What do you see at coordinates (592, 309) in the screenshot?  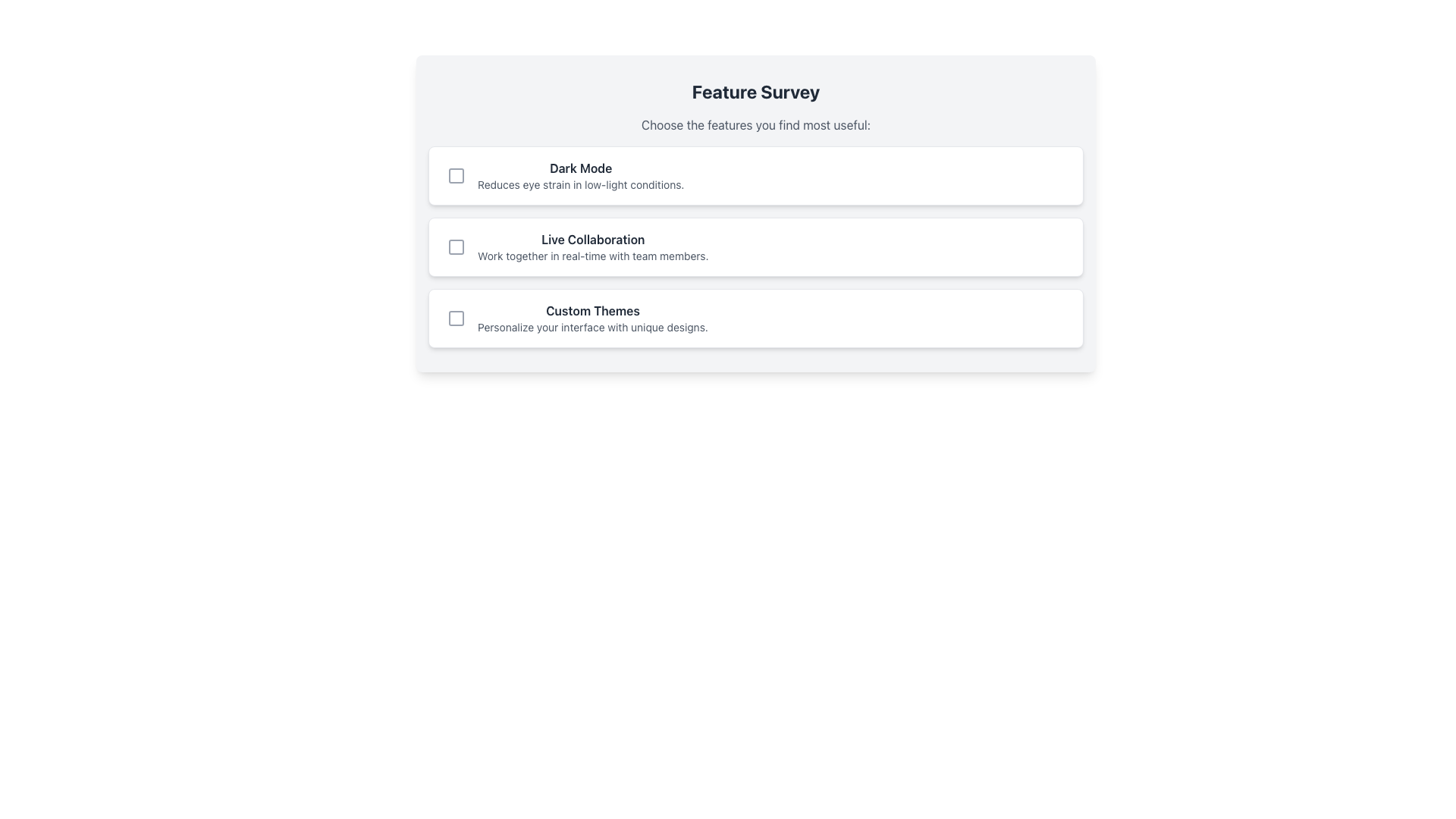 I see `the 'Custom Themes' text label, which is styled in bold dark gray and located above the descriptive text in the third feature block of the survey list` at bounding box center [592, 309].